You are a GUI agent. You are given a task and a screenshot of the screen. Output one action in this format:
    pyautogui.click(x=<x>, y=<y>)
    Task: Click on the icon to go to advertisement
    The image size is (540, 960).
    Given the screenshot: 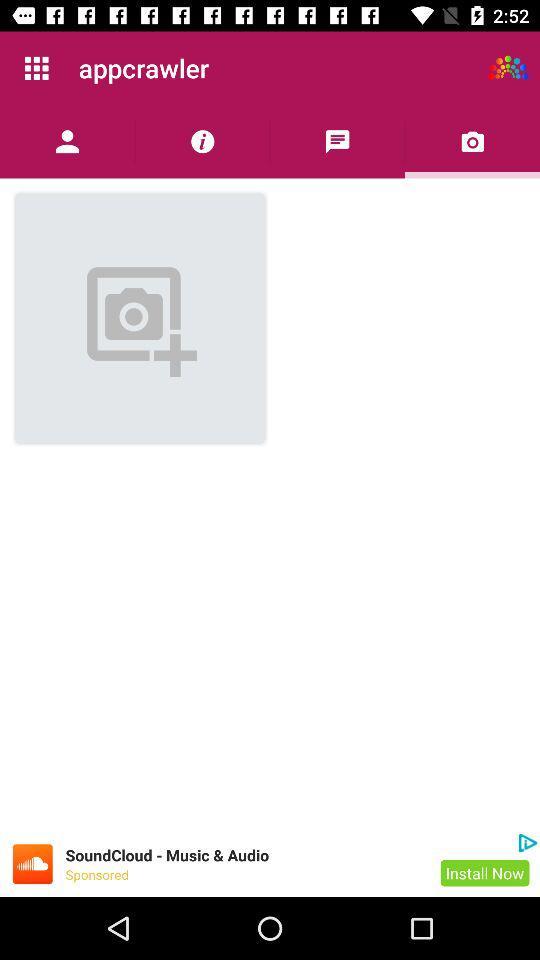 What is the action you would take?
    pyautogui.click(x=31, y=863)
    